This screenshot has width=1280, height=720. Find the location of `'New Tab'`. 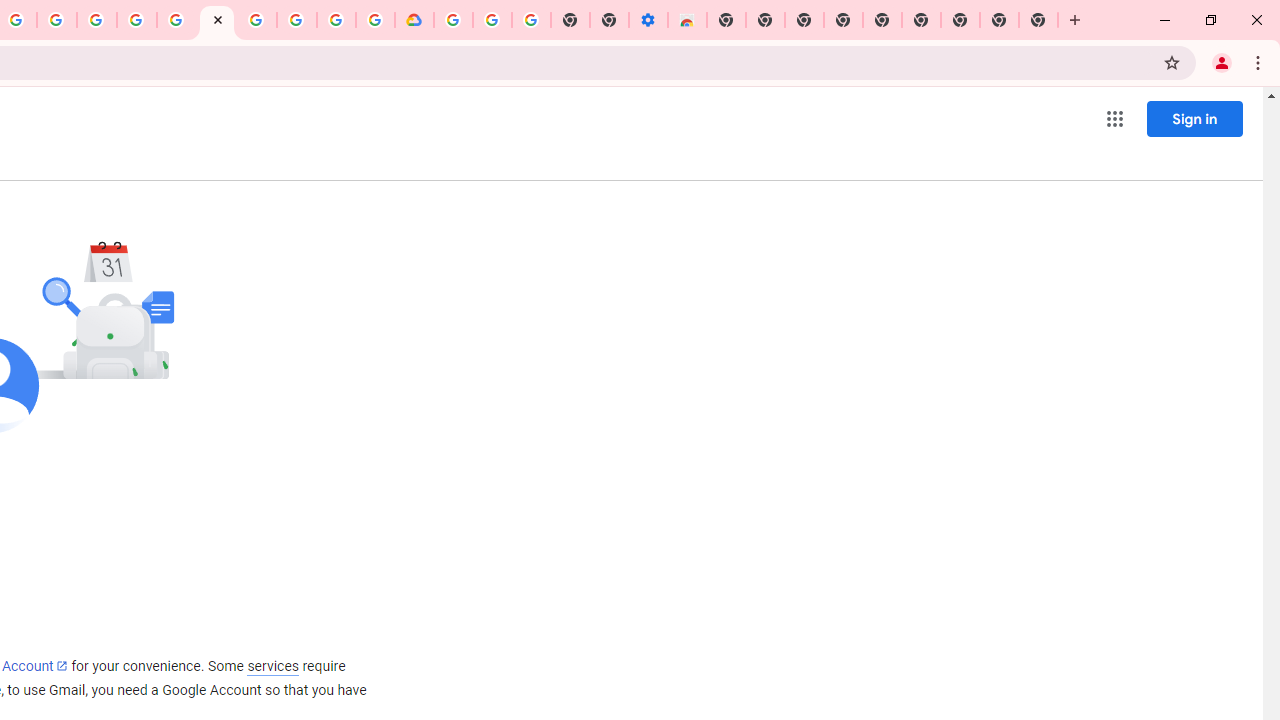

'New Tab' is located at coordinates (1038, 20).